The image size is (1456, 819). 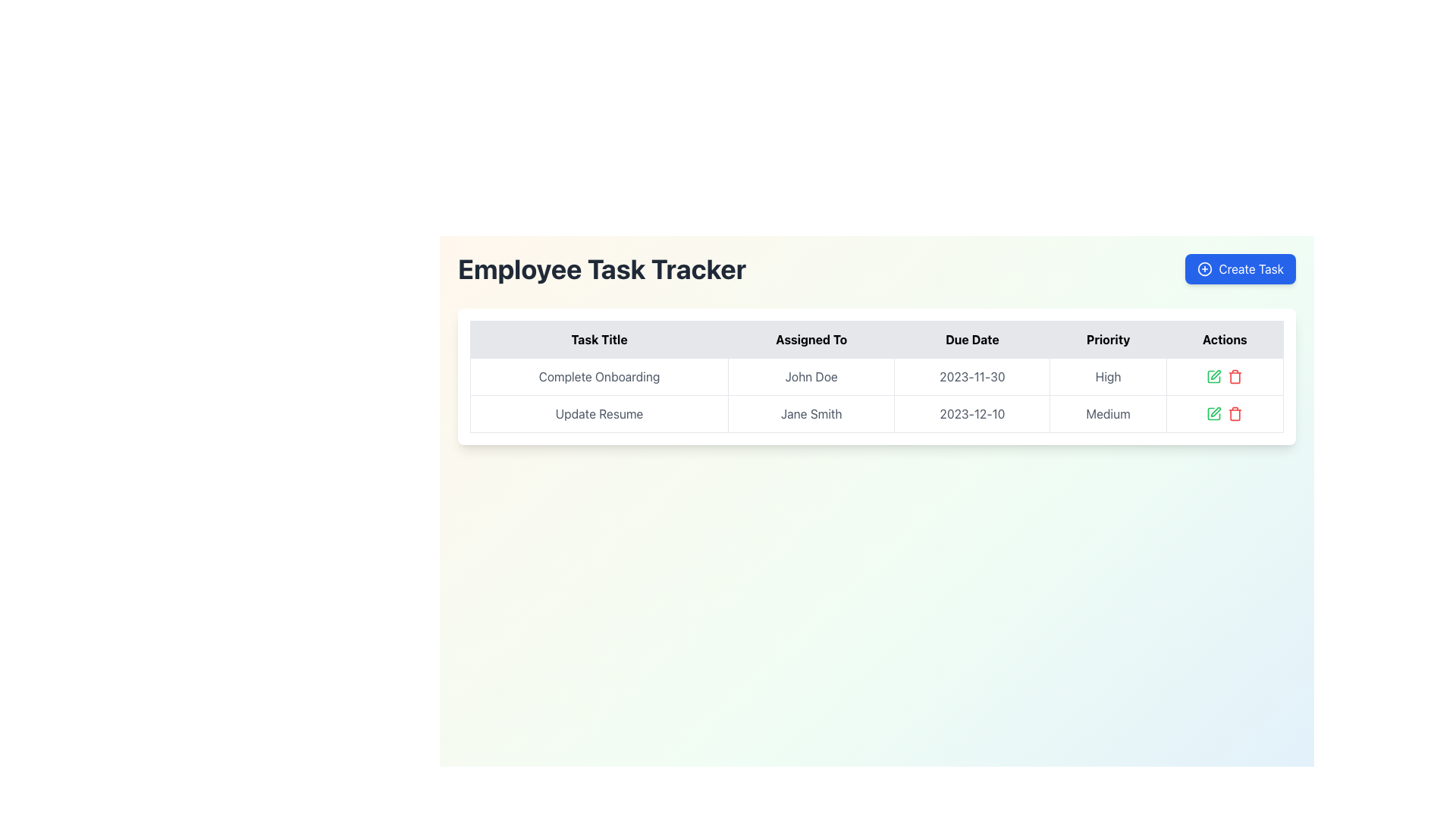 What do you see at coordinates (1225, 414) in the screenshot?
I see `the action control group containing the green and red icons for the task titled 'Update Resume' in the Actions column of the data table` at bounding box center [1225, 414].